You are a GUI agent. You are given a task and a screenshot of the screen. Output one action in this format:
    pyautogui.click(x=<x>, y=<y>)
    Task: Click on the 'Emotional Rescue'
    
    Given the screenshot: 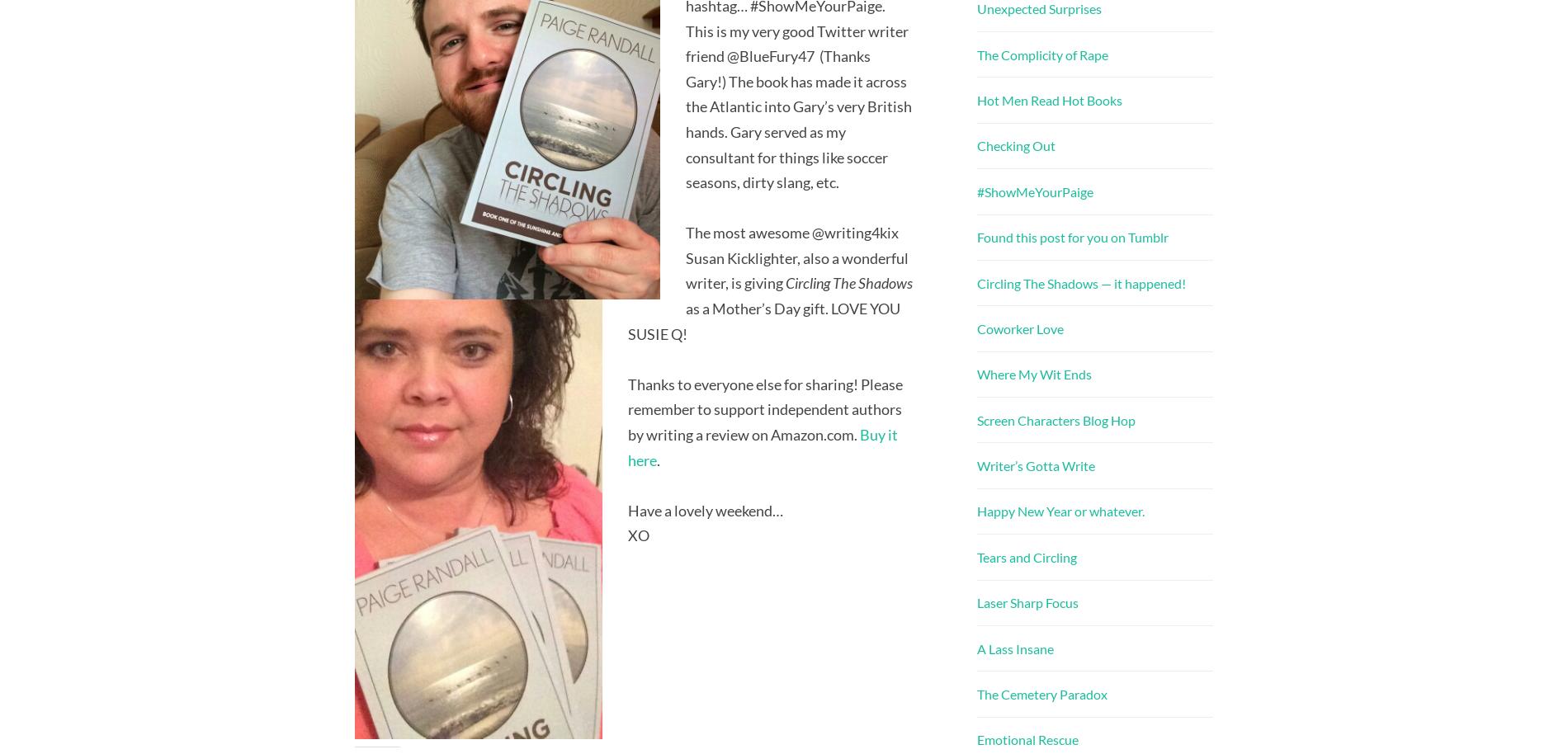 What is the action you would take?
    pyautogui.click(x=1027, y=738)
    